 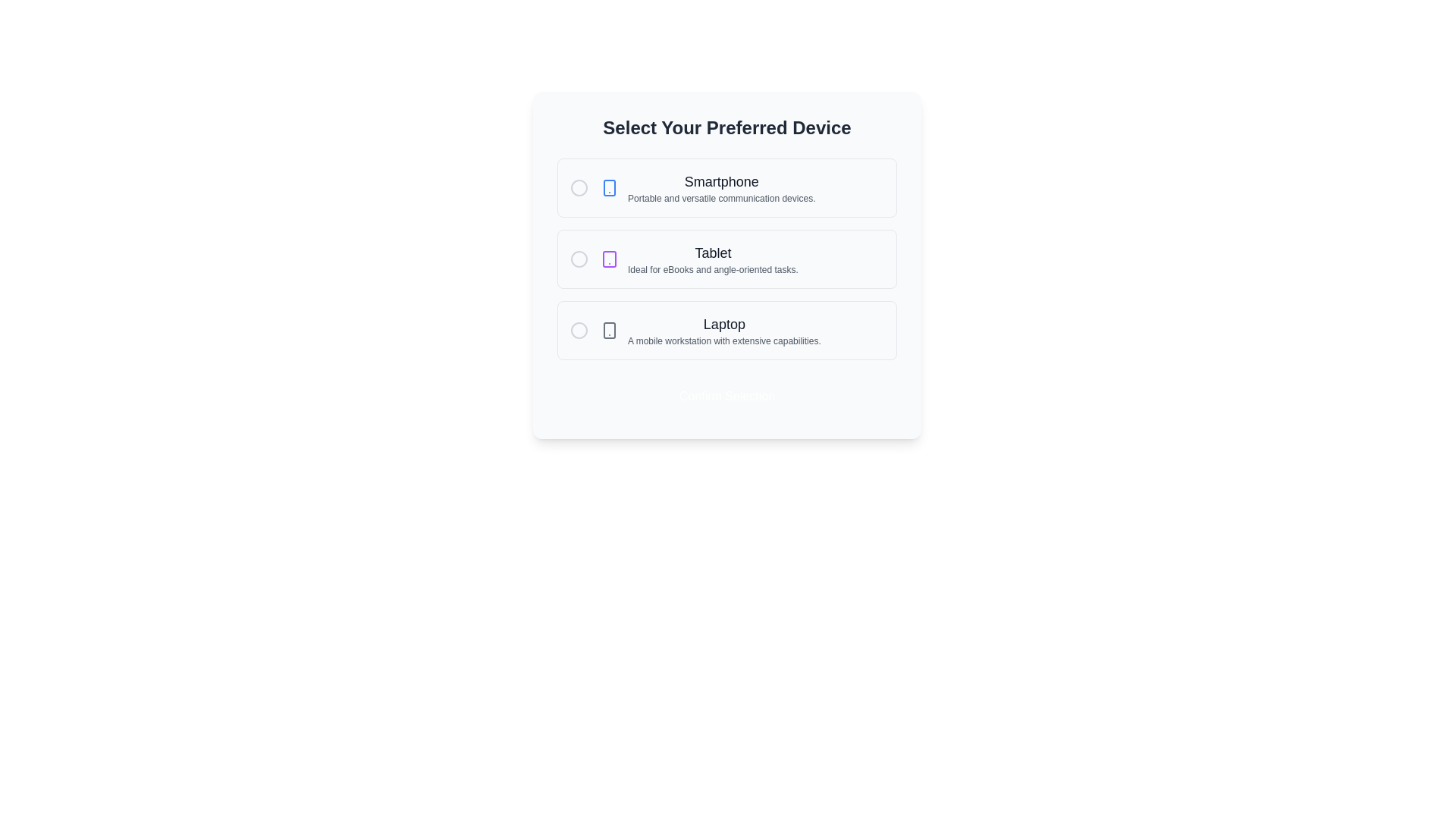 I want to click on the text label for the first selectable option titled 'Smartphone' within the 'Select Your Preferred Device' interface, so click(x=720, y=180).